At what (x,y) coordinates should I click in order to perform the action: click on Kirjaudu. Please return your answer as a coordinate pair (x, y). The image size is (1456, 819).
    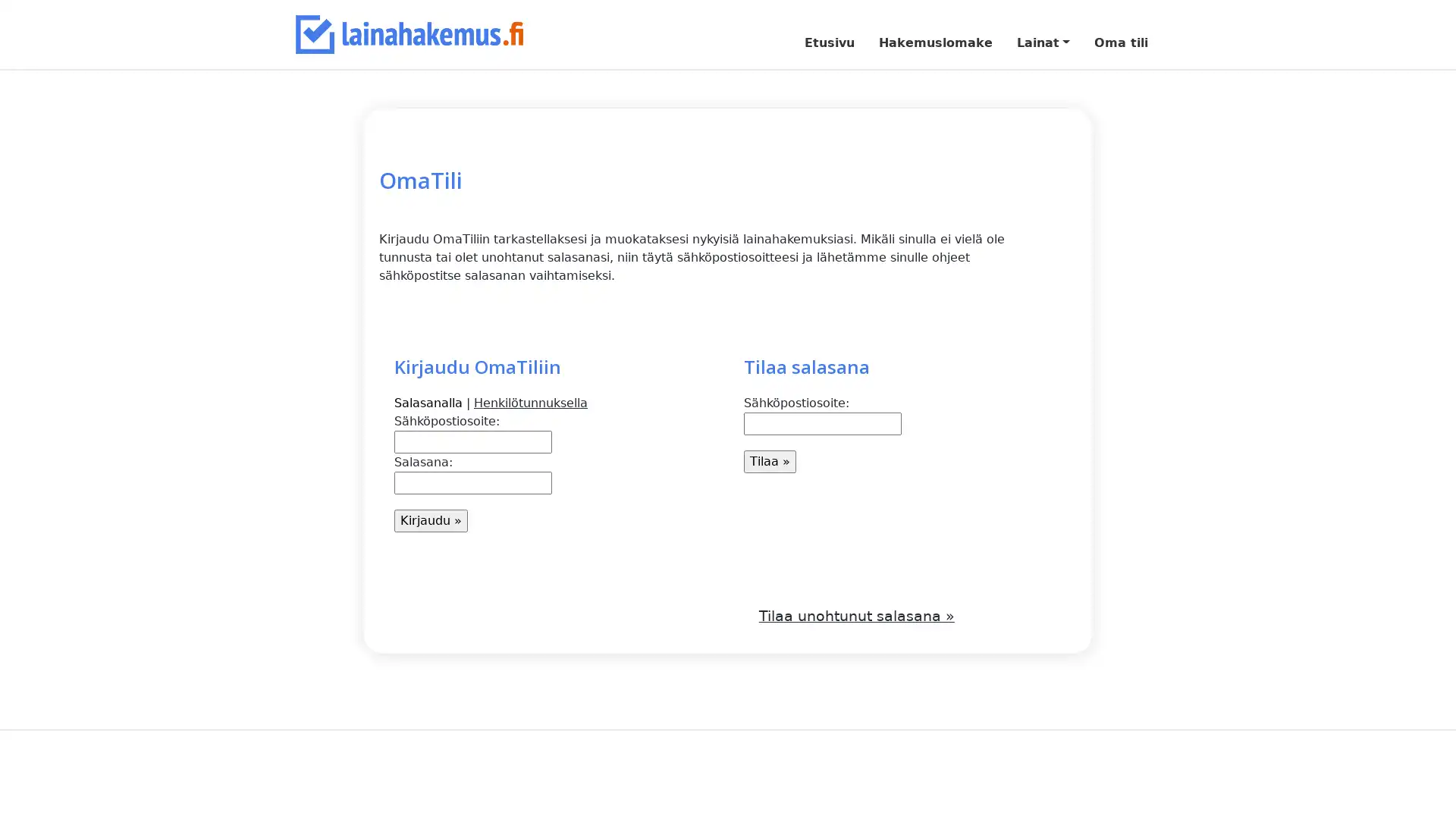
    Looking at the image, I should click on (430, 519).